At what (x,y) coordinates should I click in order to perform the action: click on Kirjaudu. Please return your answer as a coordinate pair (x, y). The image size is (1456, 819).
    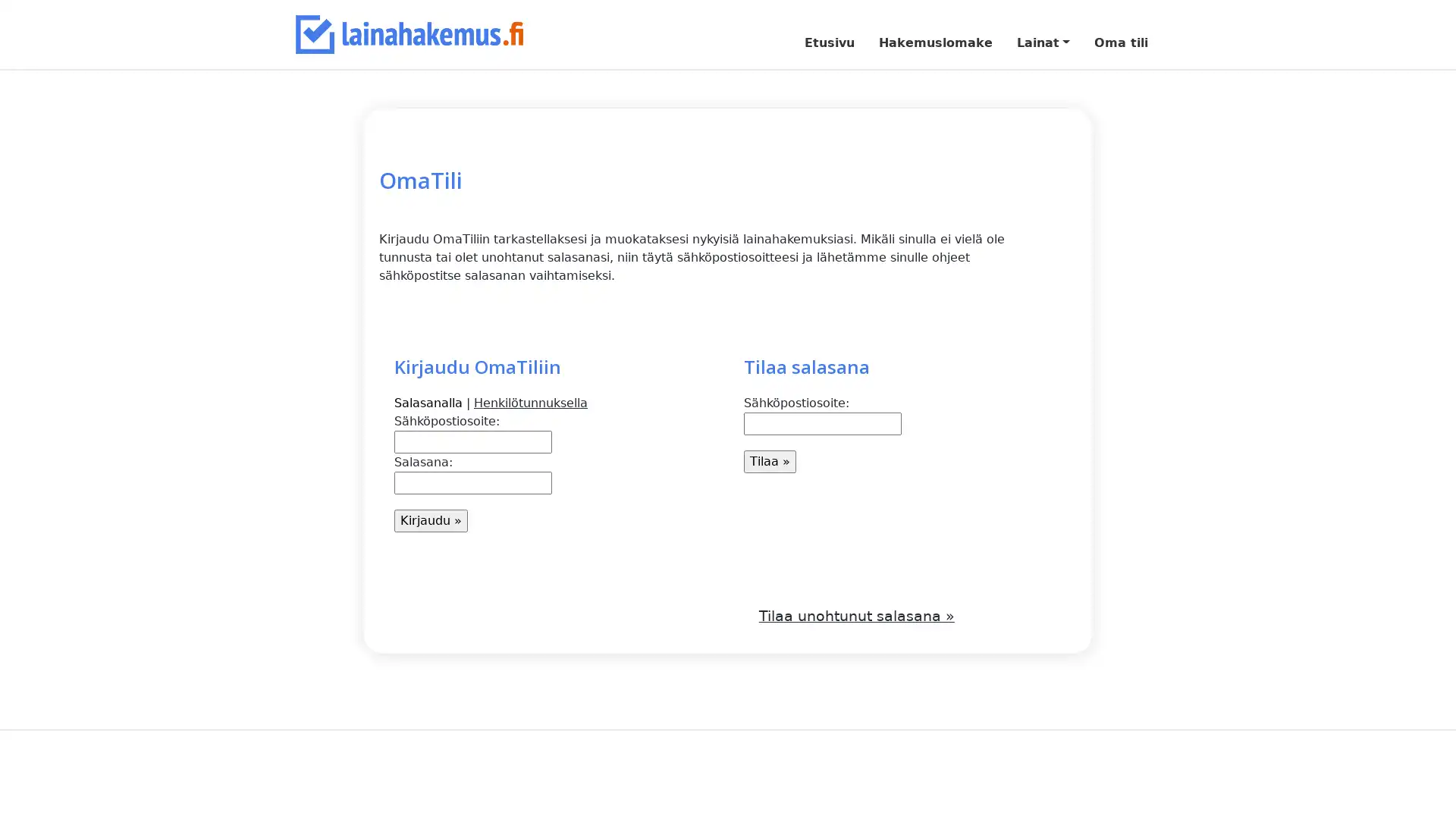
    Looking at the image, I should click on (430, 519).